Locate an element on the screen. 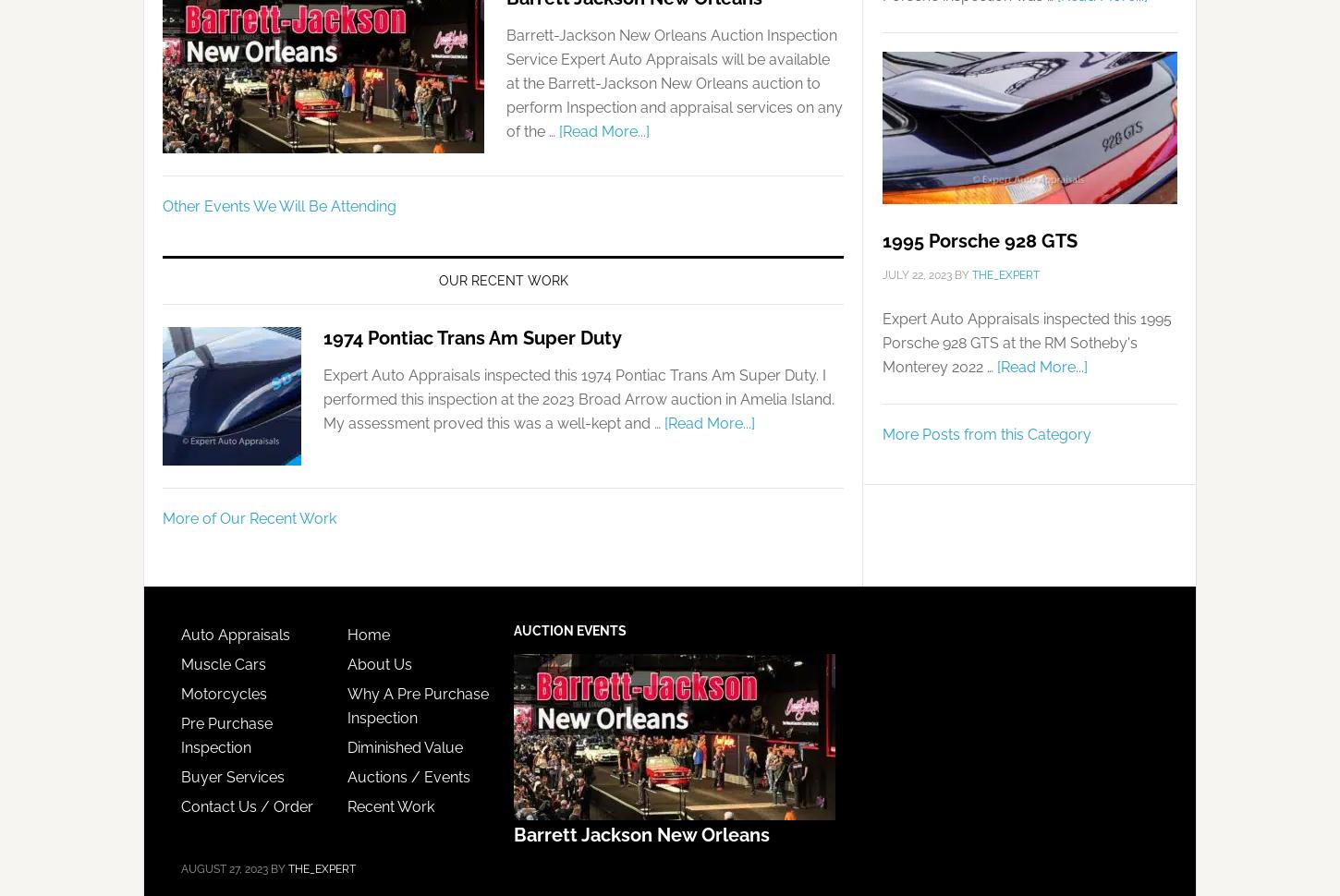  'Motorcycles' is located at coordinates (180, 692).